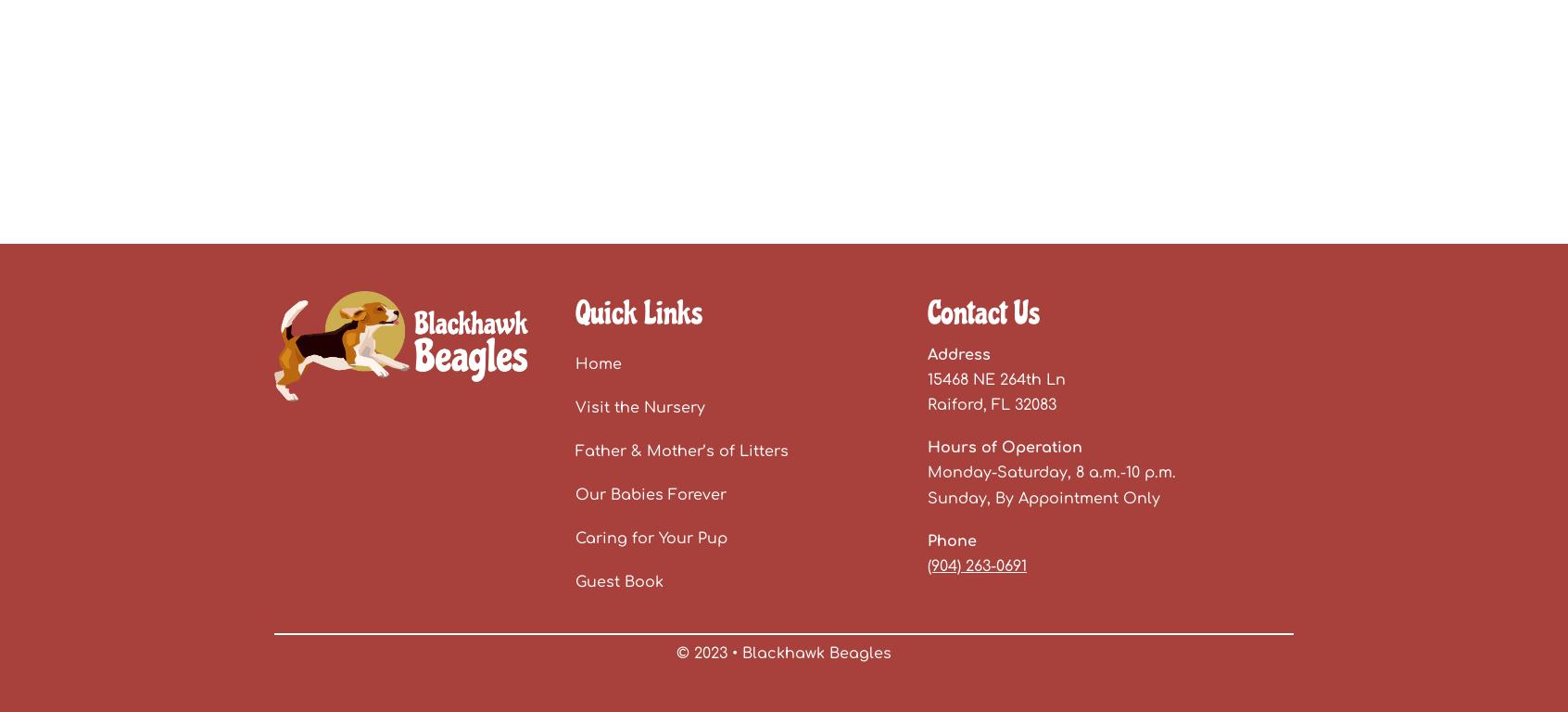  I want to click on 'Contact Us', so click(983, 311).